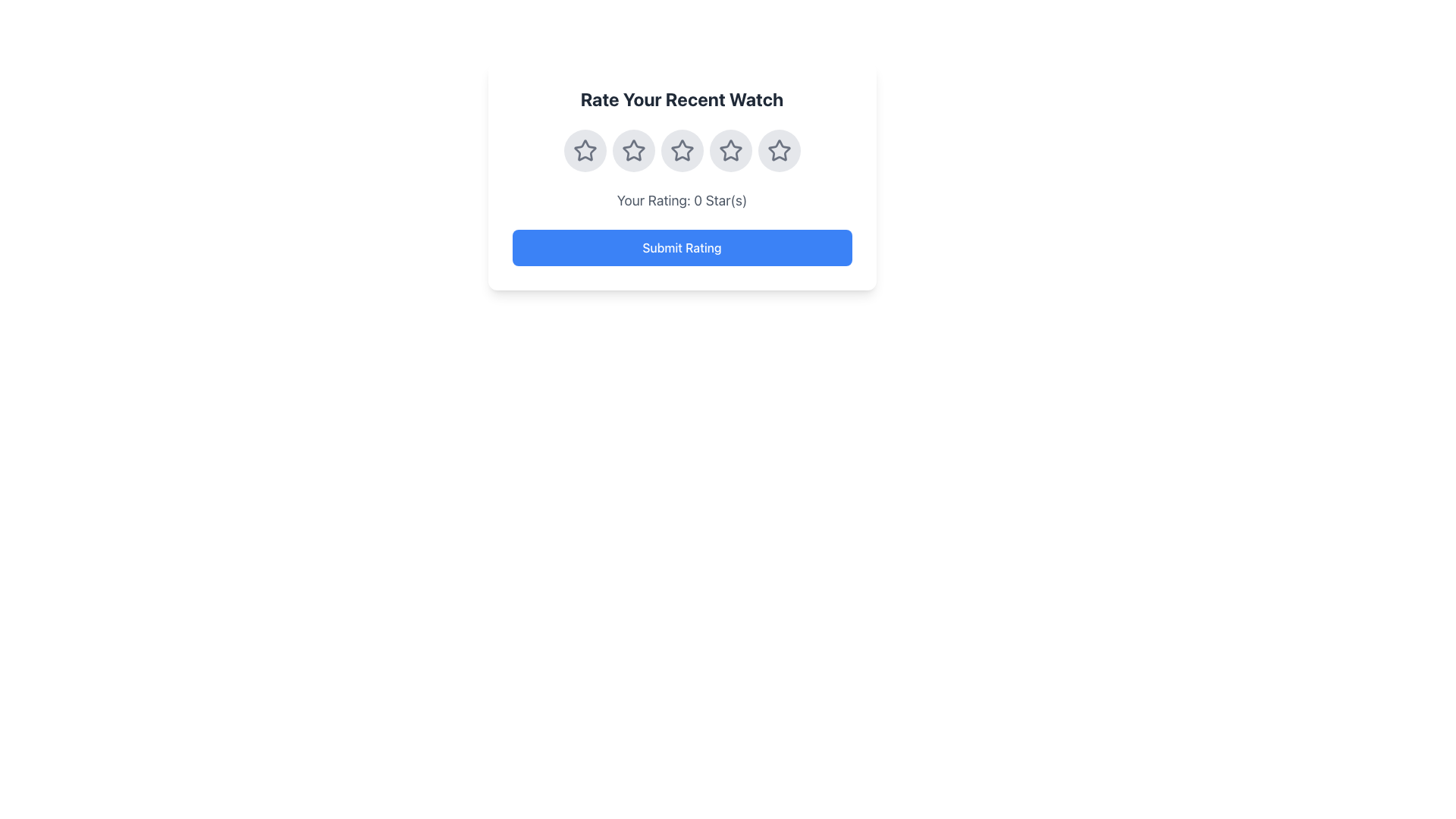 Image resolution: width=1456 pixels, height=819 pixels. Describe the element at coordinates (730, 149) in the screenshot. I see `the fourth star icon in the horizontal array` at that location.